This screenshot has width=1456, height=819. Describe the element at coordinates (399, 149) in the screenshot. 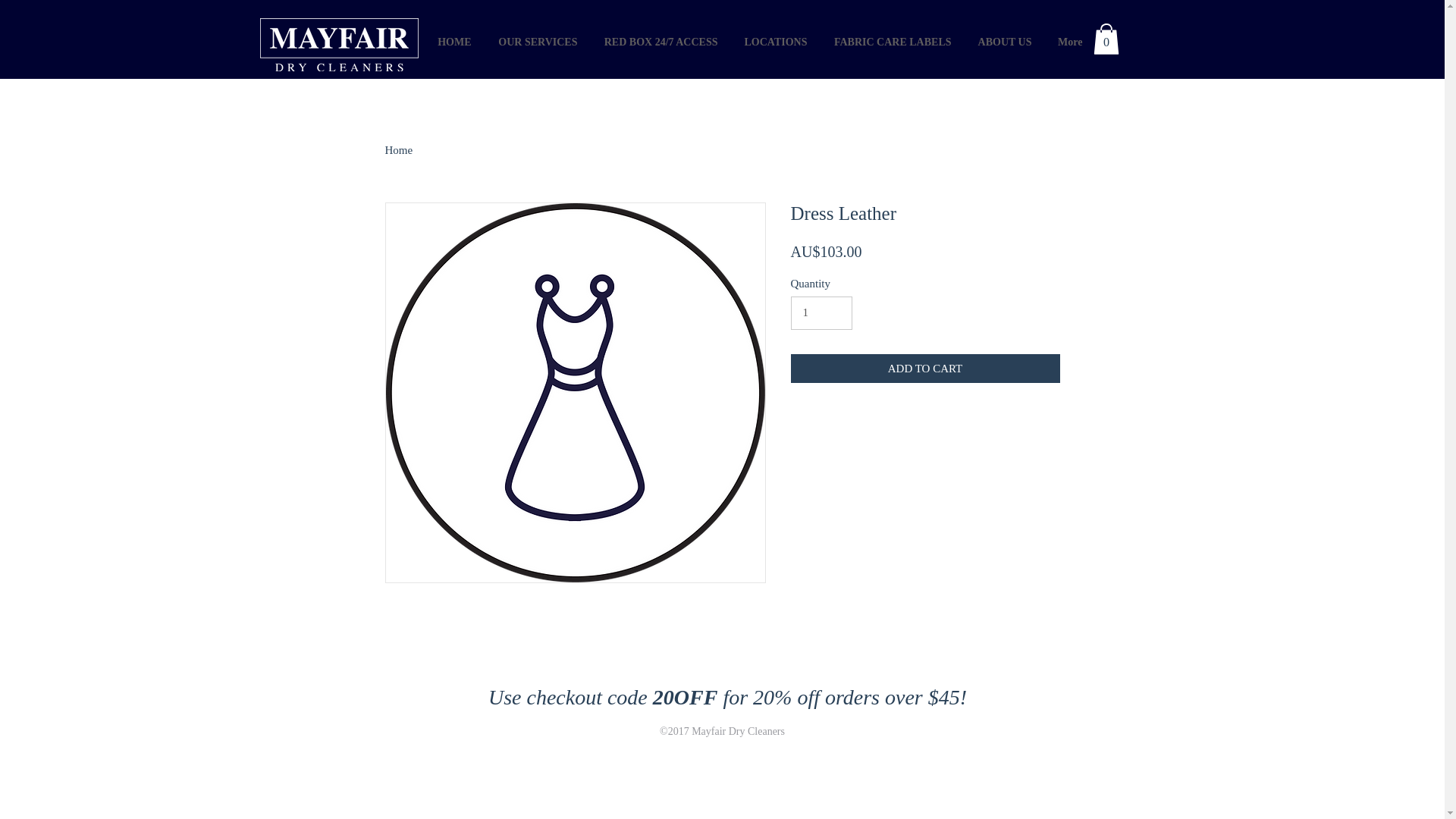

I see `'Home'` at that location.